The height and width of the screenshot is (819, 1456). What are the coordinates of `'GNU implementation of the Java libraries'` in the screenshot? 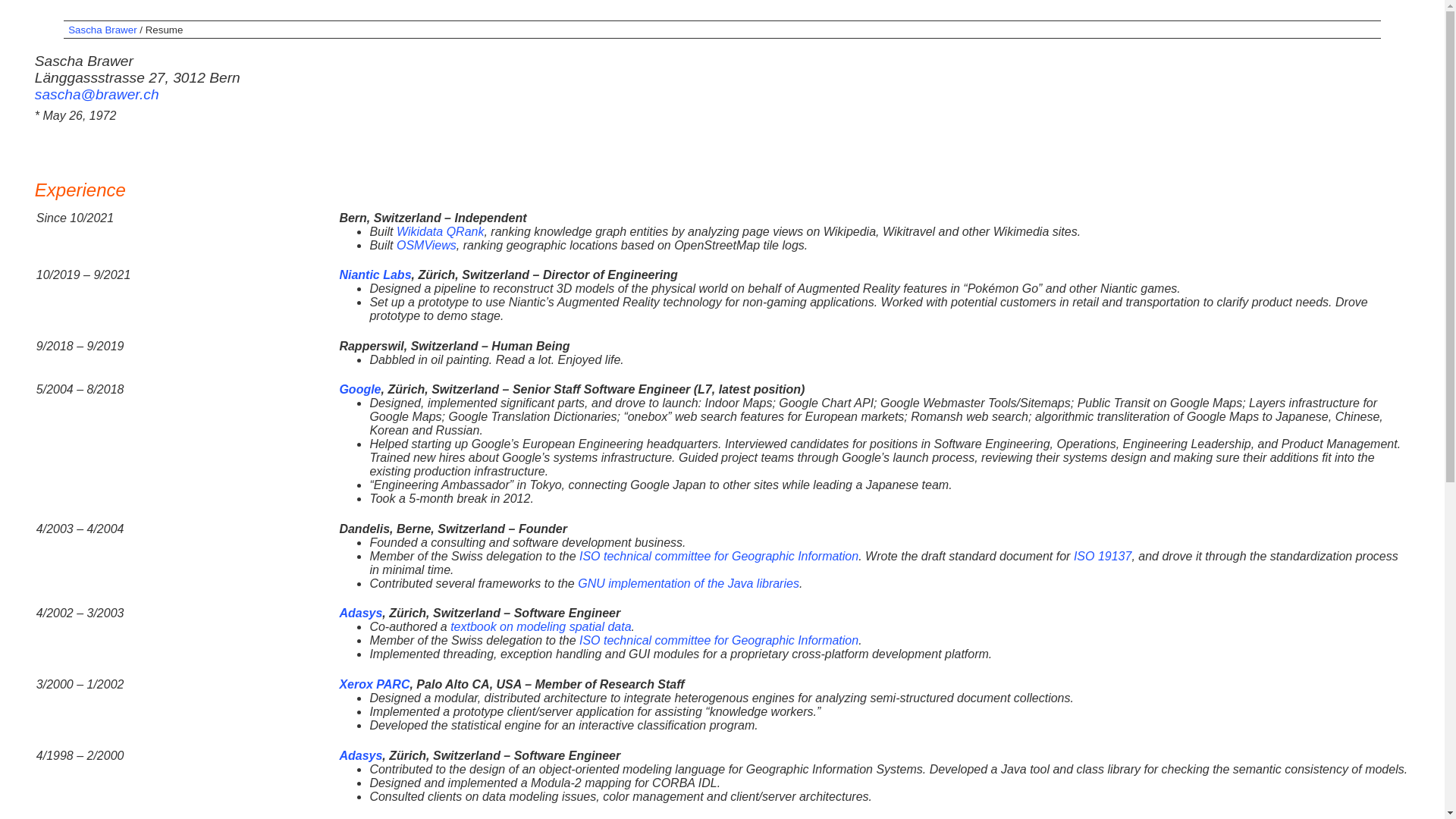 It's located at (687, 582).